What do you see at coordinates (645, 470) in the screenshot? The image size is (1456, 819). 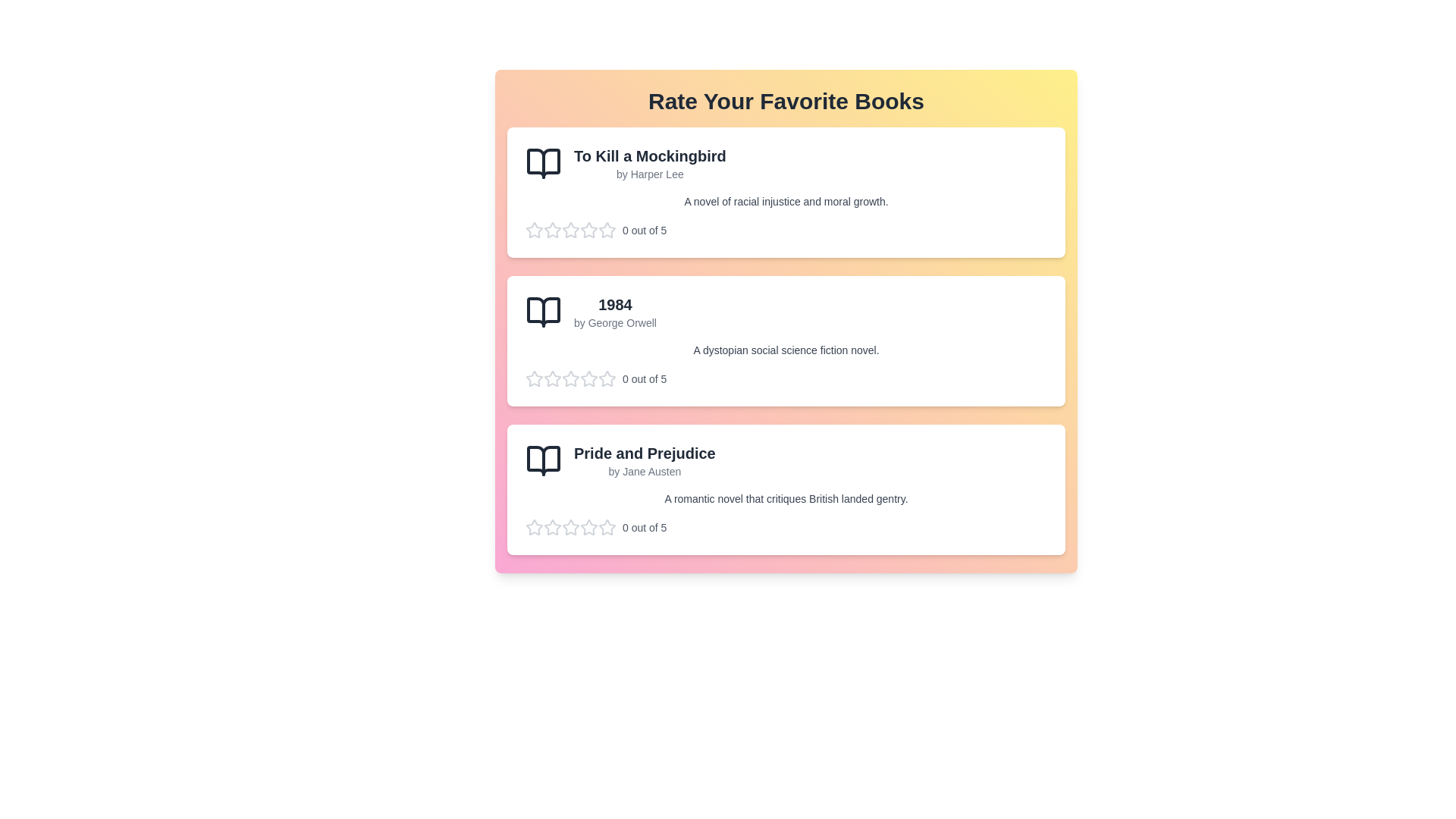 I see `the text label reading 'by Jane Austen', which is styled in small gray font and positioned directly below the title 'Pride and Prejudice'` at bounding box center [645, 470].